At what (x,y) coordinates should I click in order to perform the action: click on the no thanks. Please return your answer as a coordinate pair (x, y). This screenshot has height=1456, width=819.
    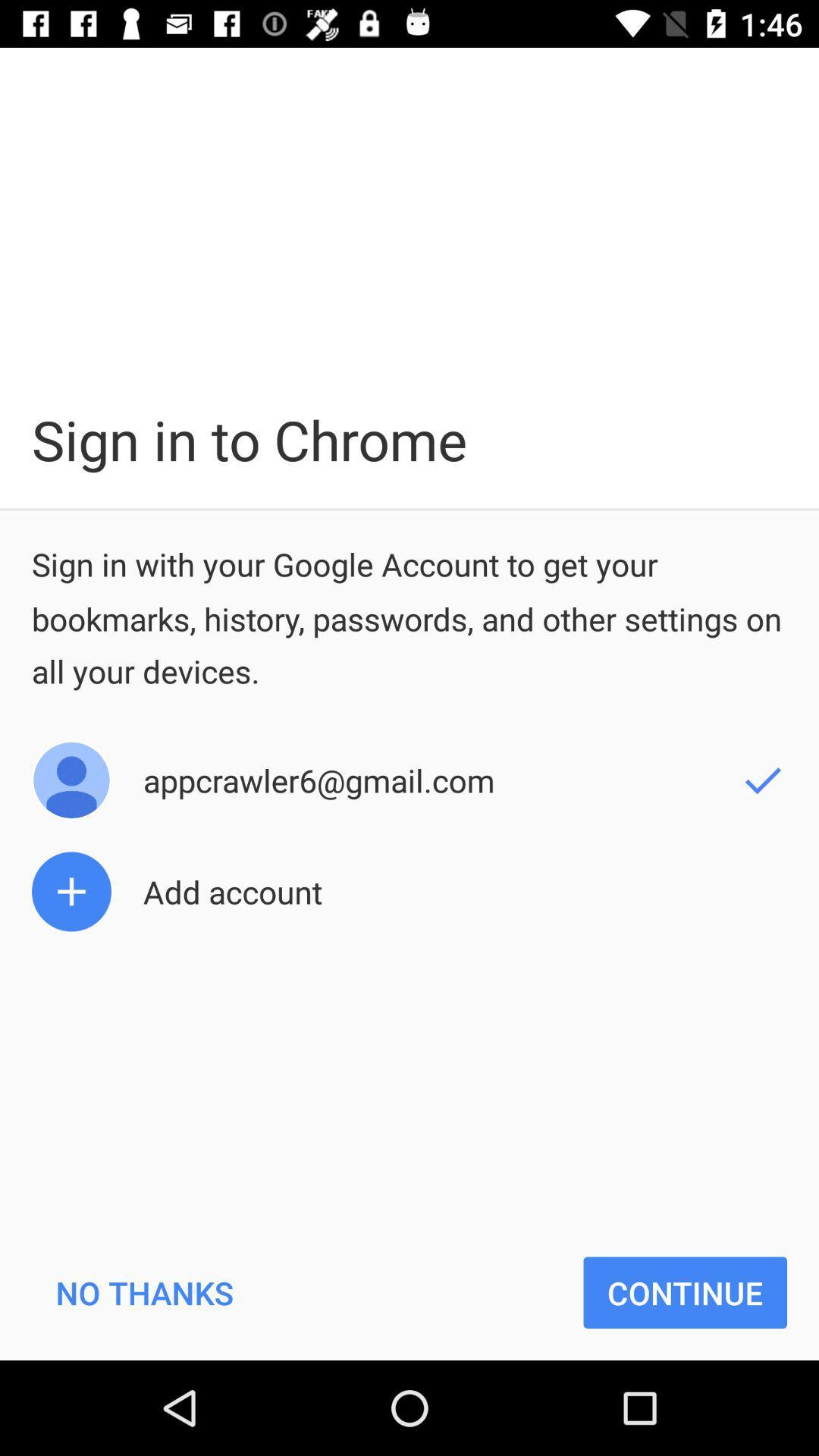
    Looking at the image, I should click on (144, 1291).